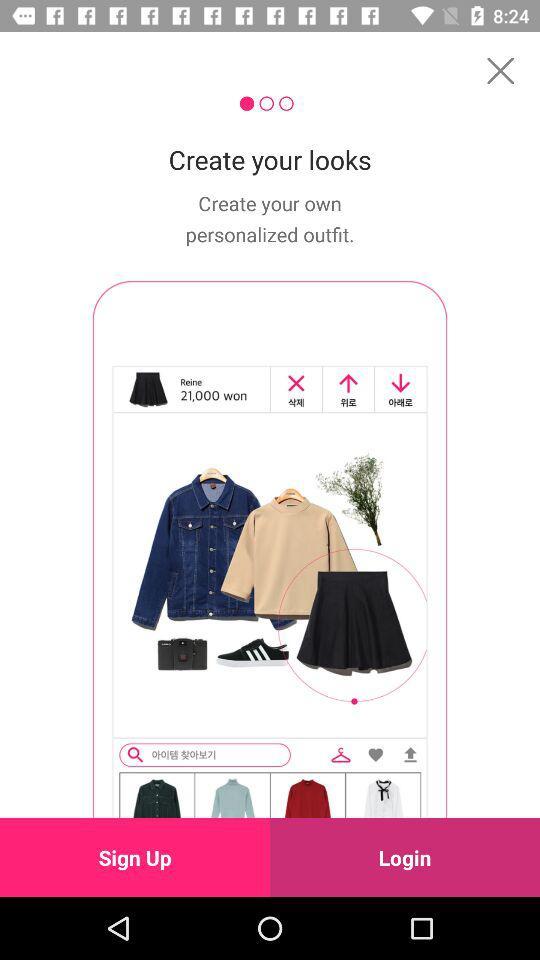 The image size is (540, 960). Describe the element at coordinates (405, 856) in the screenshot. I see `the login icon` at that location.